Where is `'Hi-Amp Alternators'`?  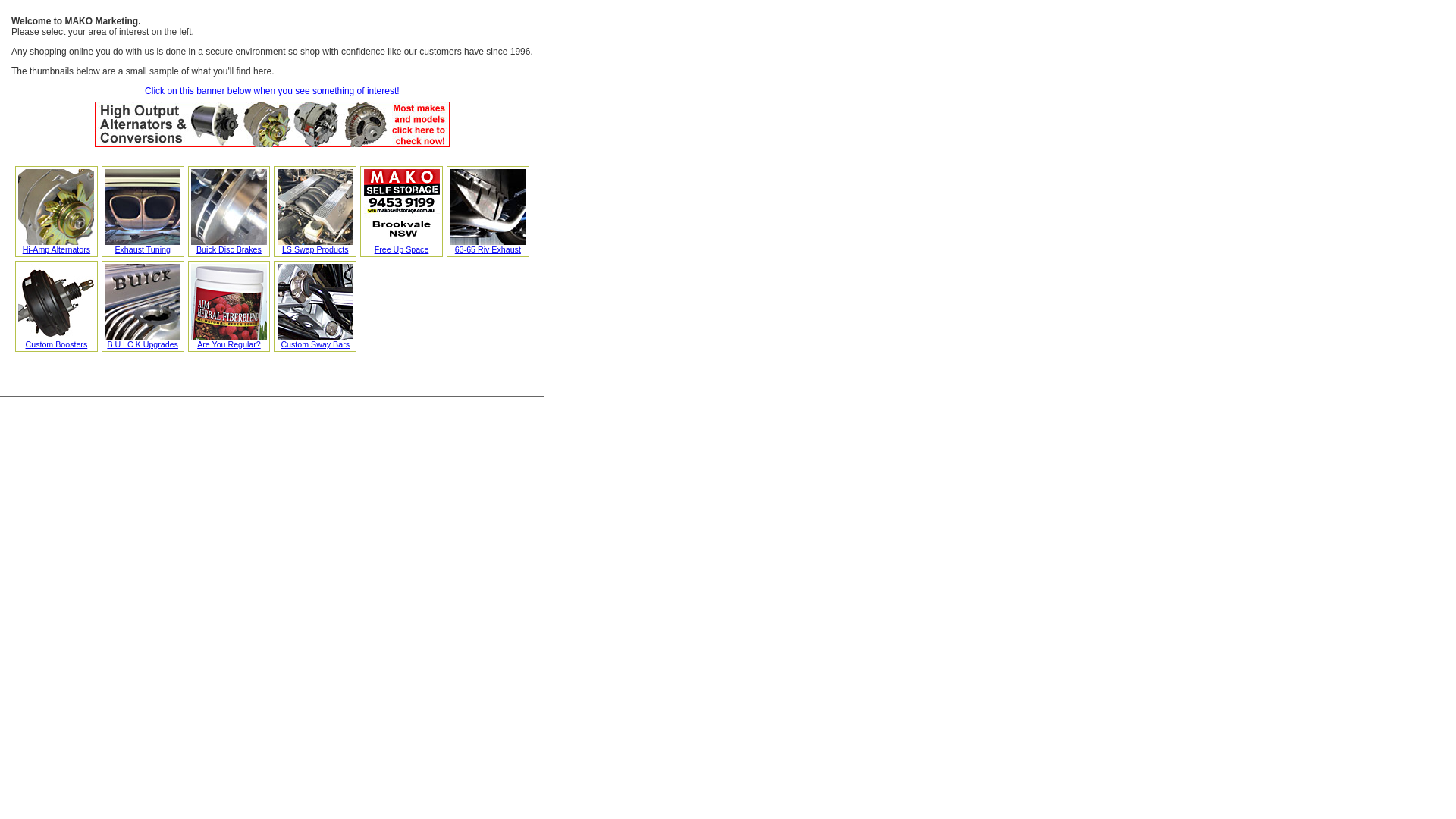
'Hi-Amp Alternators' is located at coordinates (18, 245).